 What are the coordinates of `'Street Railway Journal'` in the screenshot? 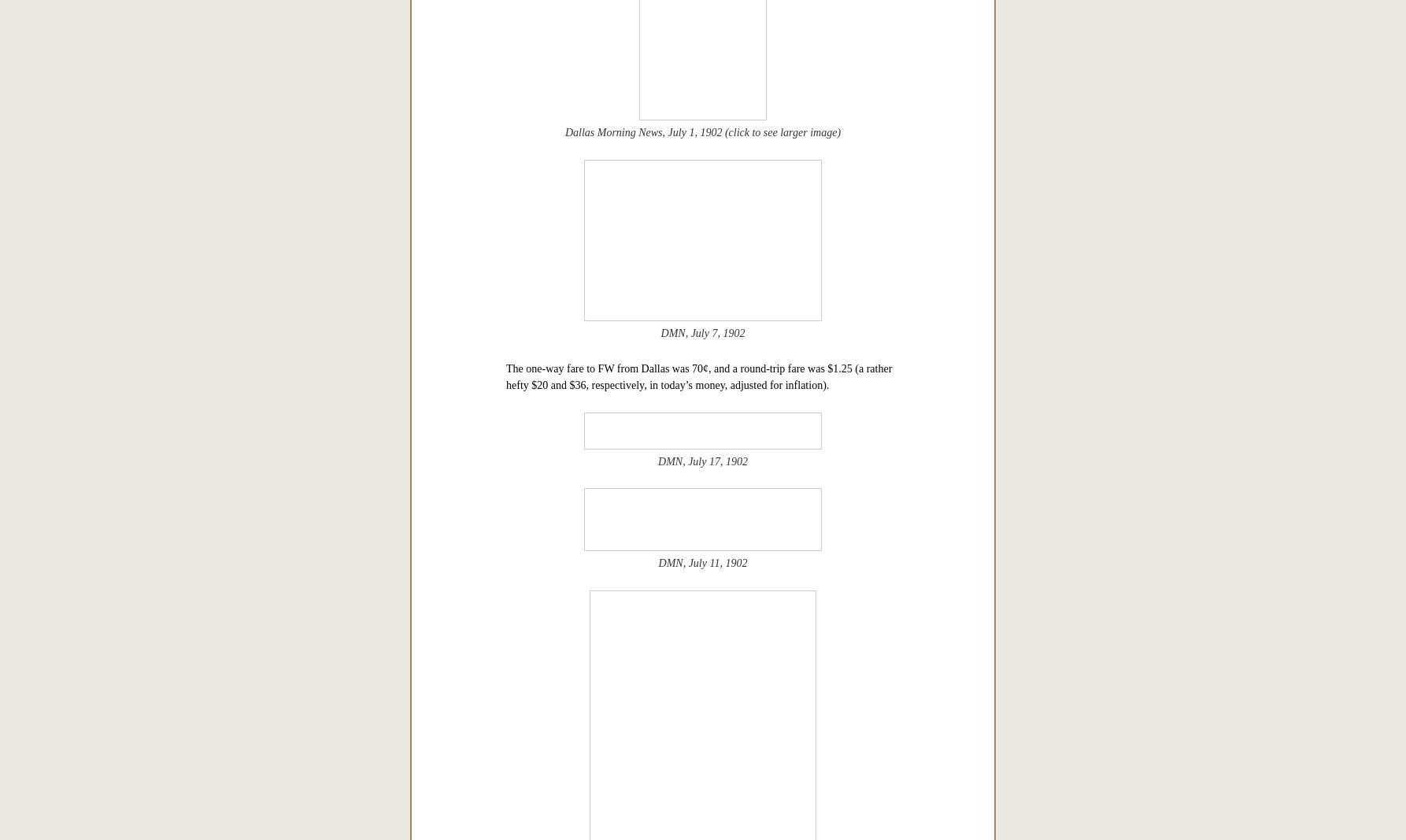 It's located at (671, 265).